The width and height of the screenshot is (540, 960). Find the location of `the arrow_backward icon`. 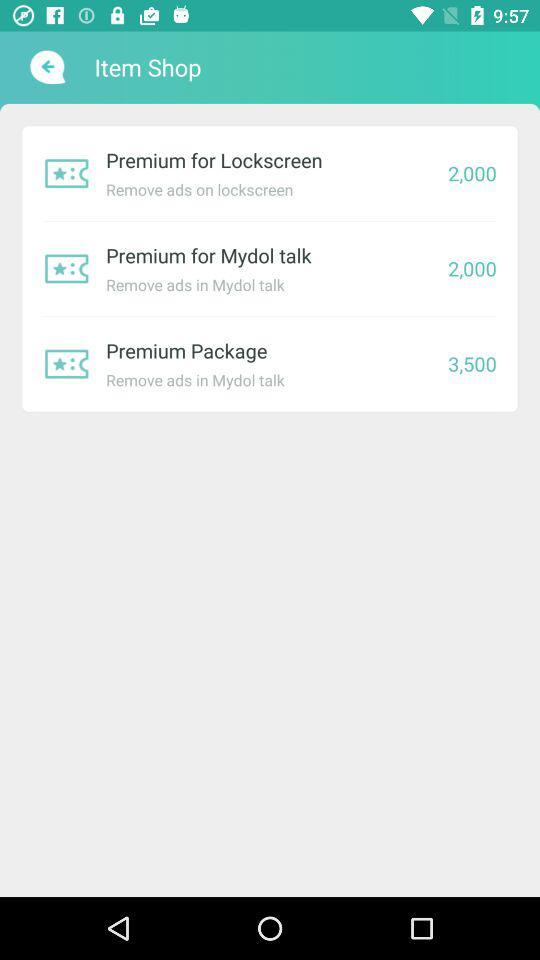

the arrow_backward icon is located at coordinates (45, 67).